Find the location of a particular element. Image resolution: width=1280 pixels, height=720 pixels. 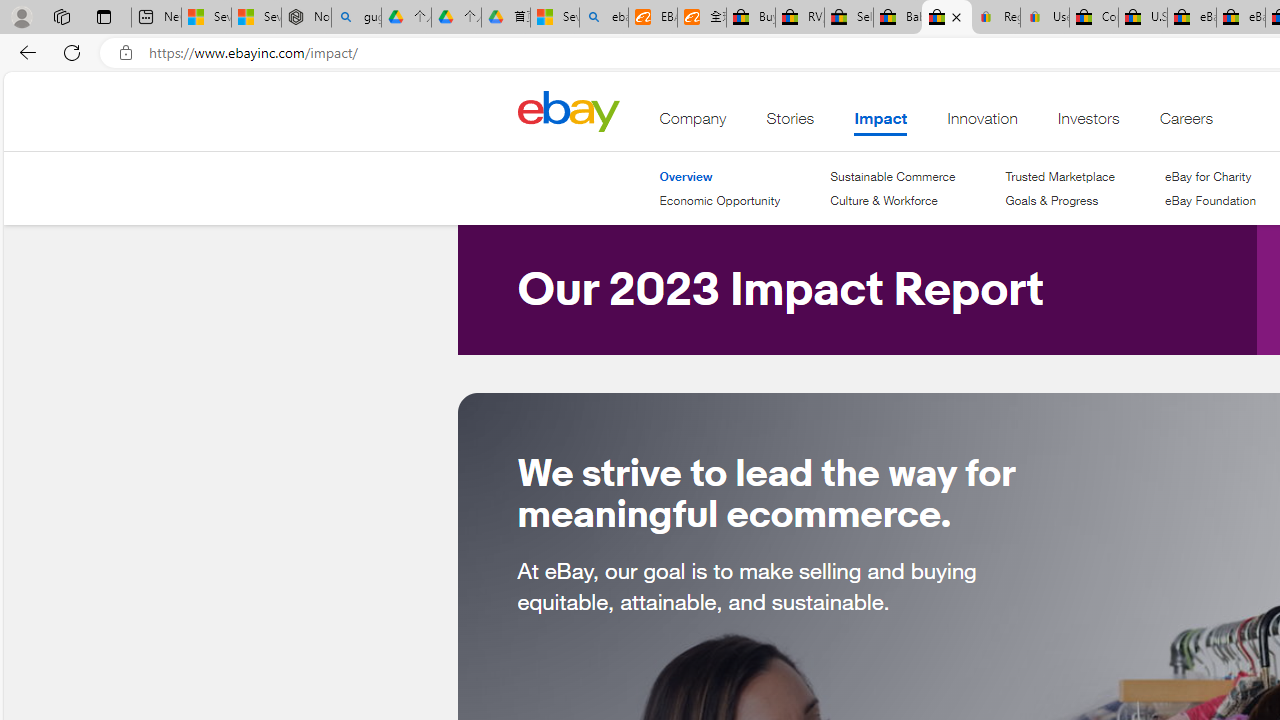

'Personal Profile' is located at coordinates (21, 16).